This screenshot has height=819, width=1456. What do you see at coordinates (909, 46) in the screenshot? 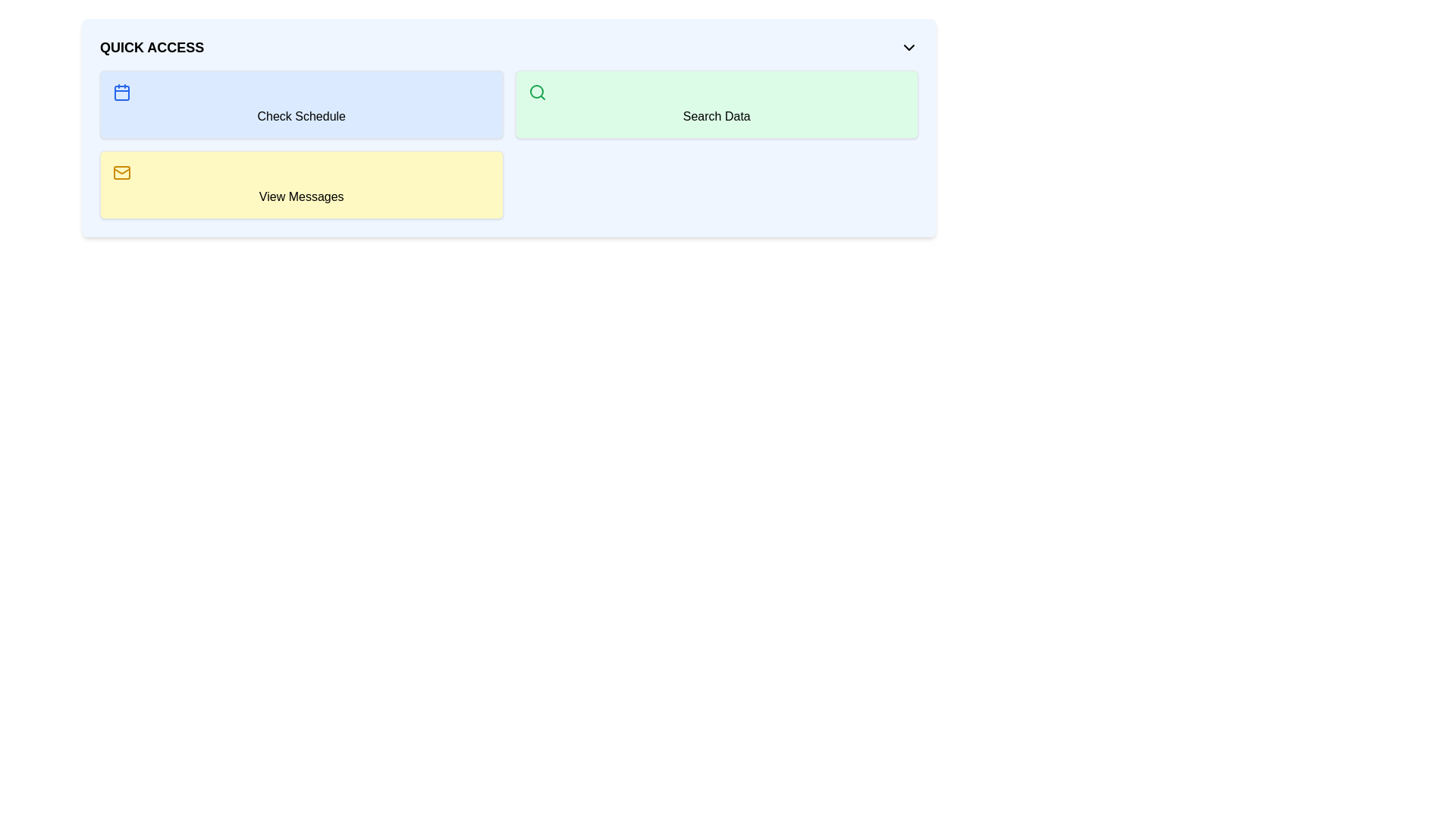
I see `the dropdown toggle button located at the top-right corner of the 'Quick Access' section` at bounding box center [909, 46].